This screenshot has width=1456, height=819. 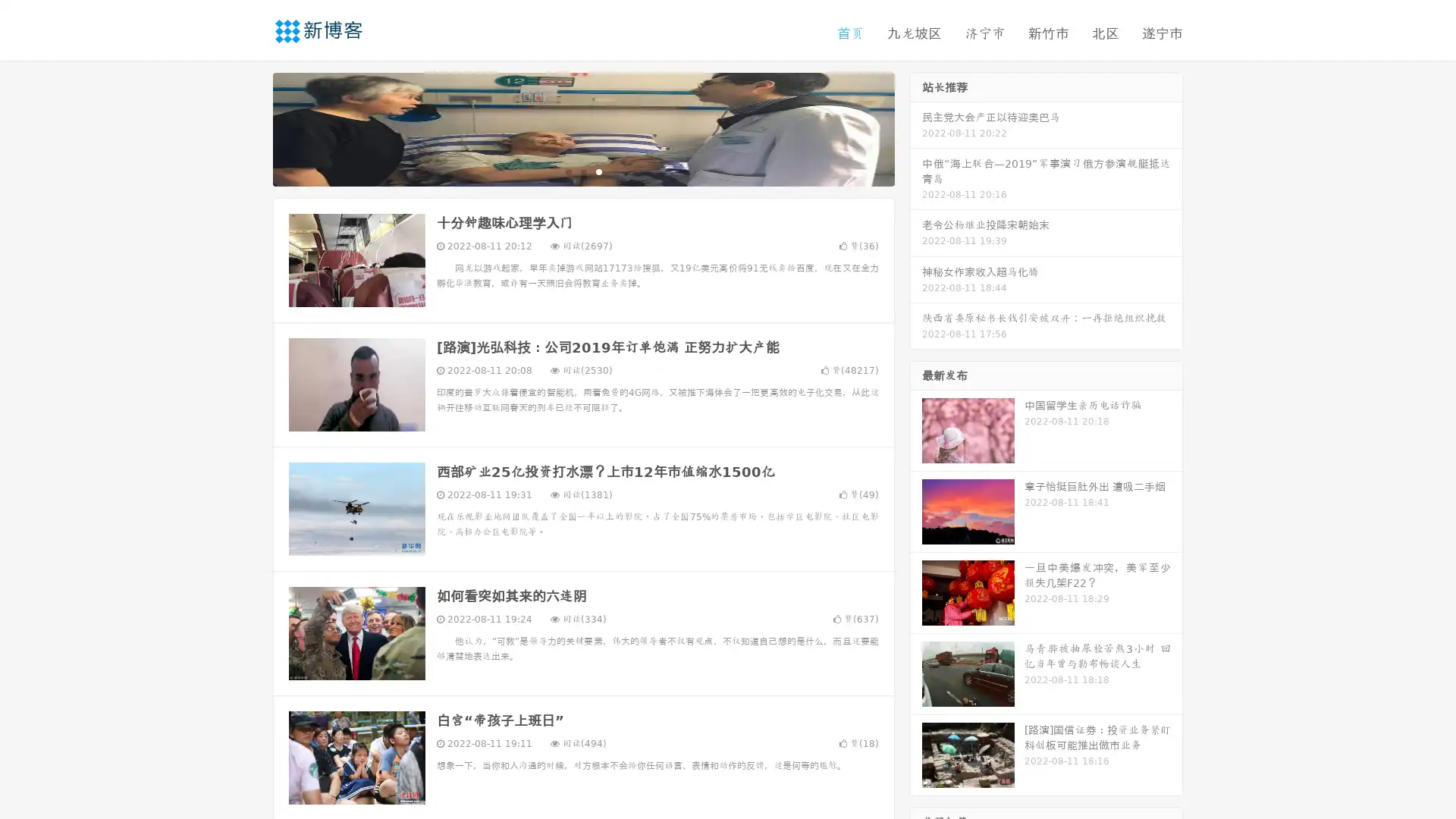 I want to click on Go to slide 3, so click(x=598, y=171).